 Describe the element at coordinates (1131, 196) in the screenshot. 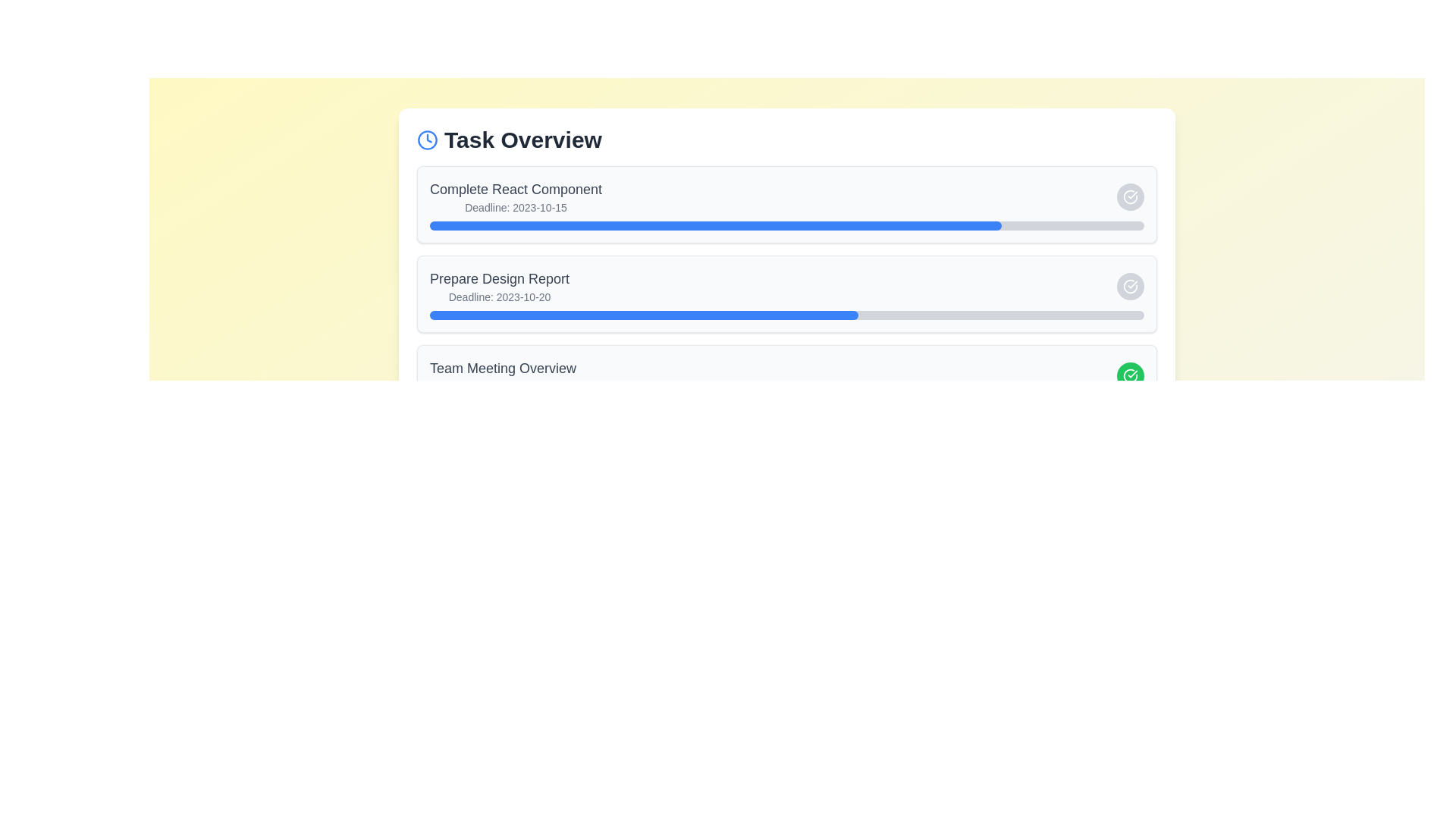

I see `the upper-left segment of the circular icon representing the 'Prepare Design Report' progress bar, which is styled with a thin white line and no fill` at that location.